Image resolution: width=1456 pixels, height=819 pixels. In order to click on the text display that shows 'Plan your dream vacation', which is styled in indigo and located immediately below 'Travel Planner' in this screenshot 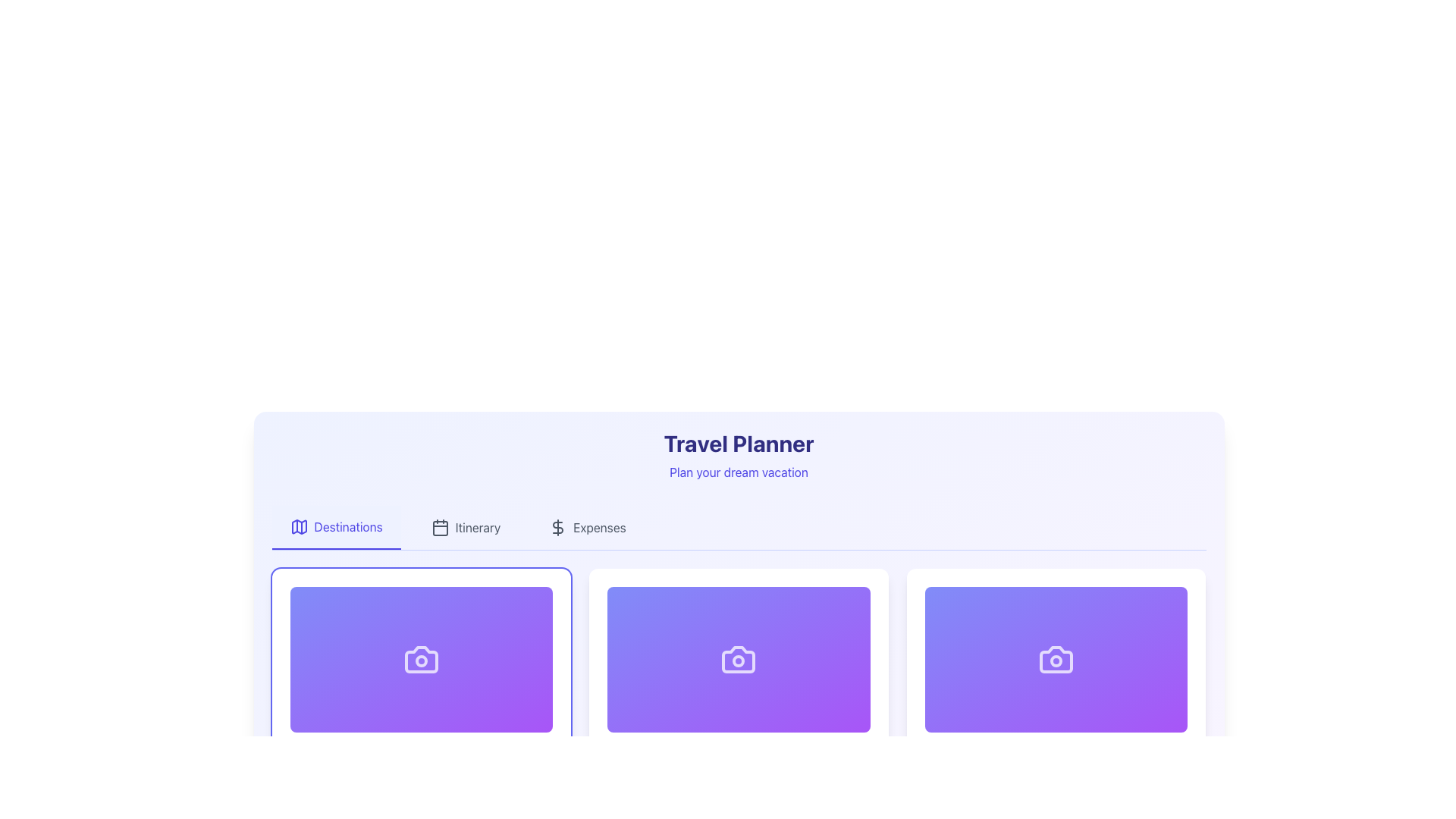, I will do `click(739, 472)`.